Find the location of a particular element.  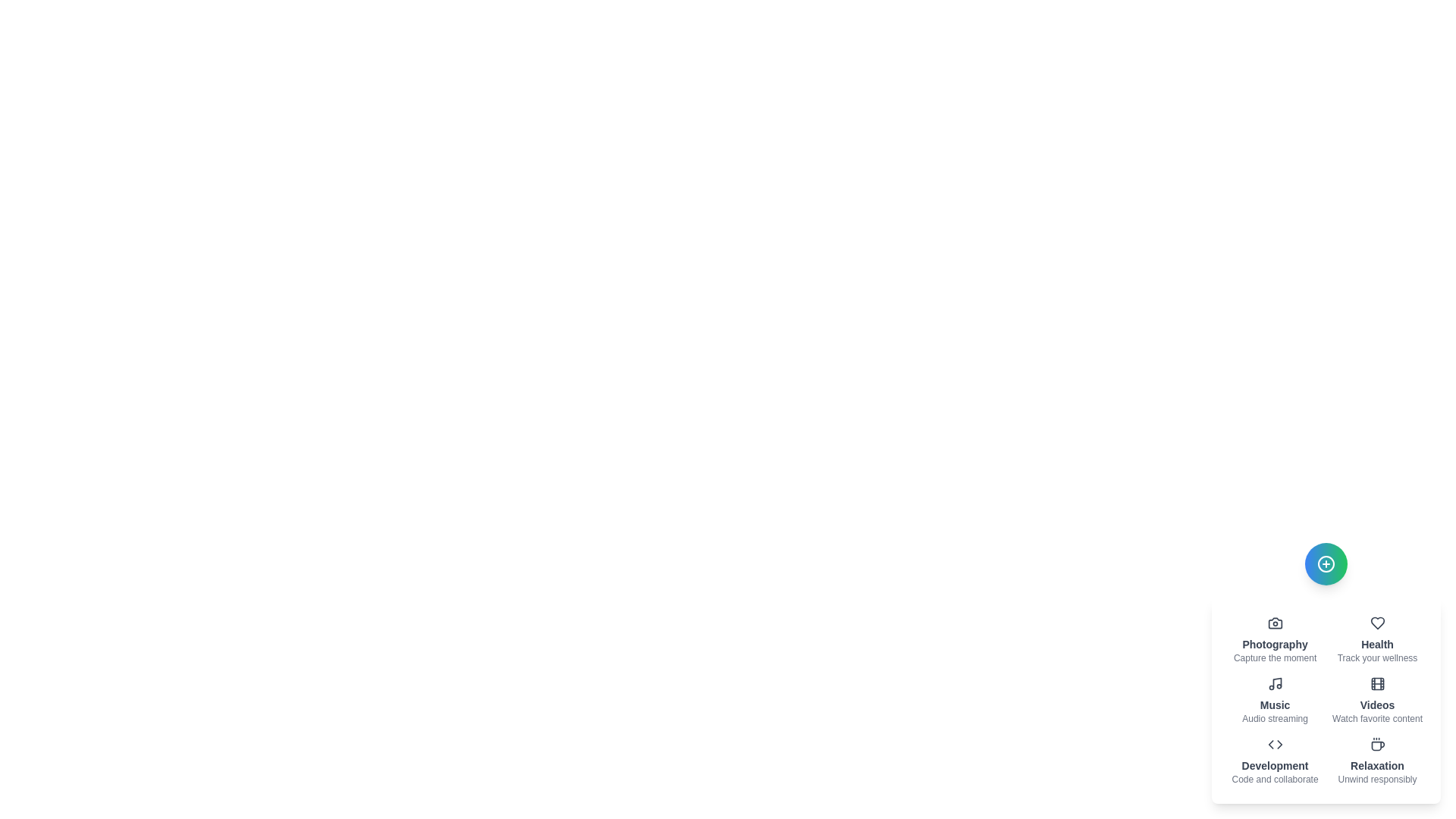

the toggle button to change the visibility of the action menu is located at coordinates (1325, 564).